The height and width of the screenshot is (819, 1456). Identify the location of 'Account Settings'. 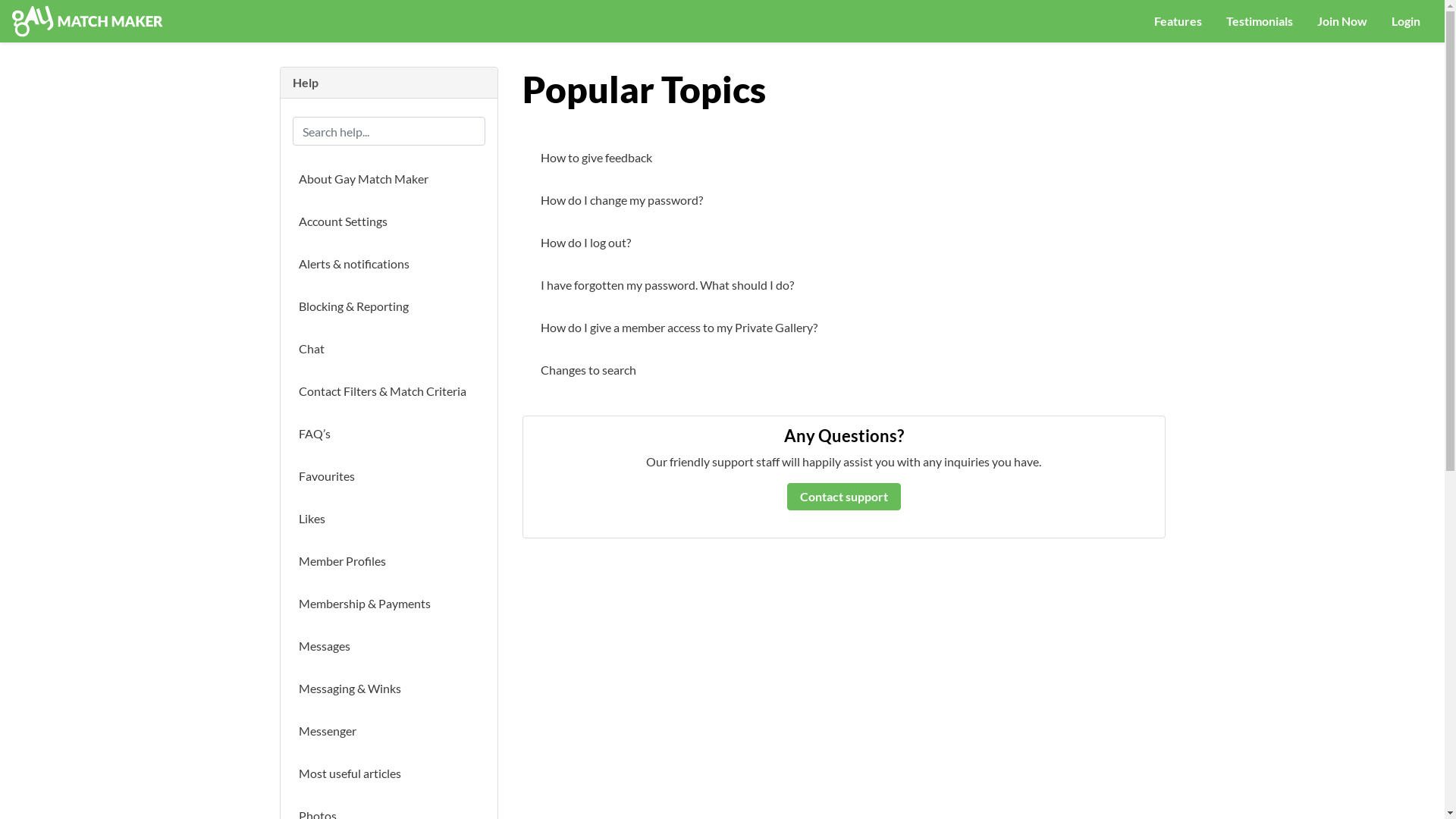
(292, 221).